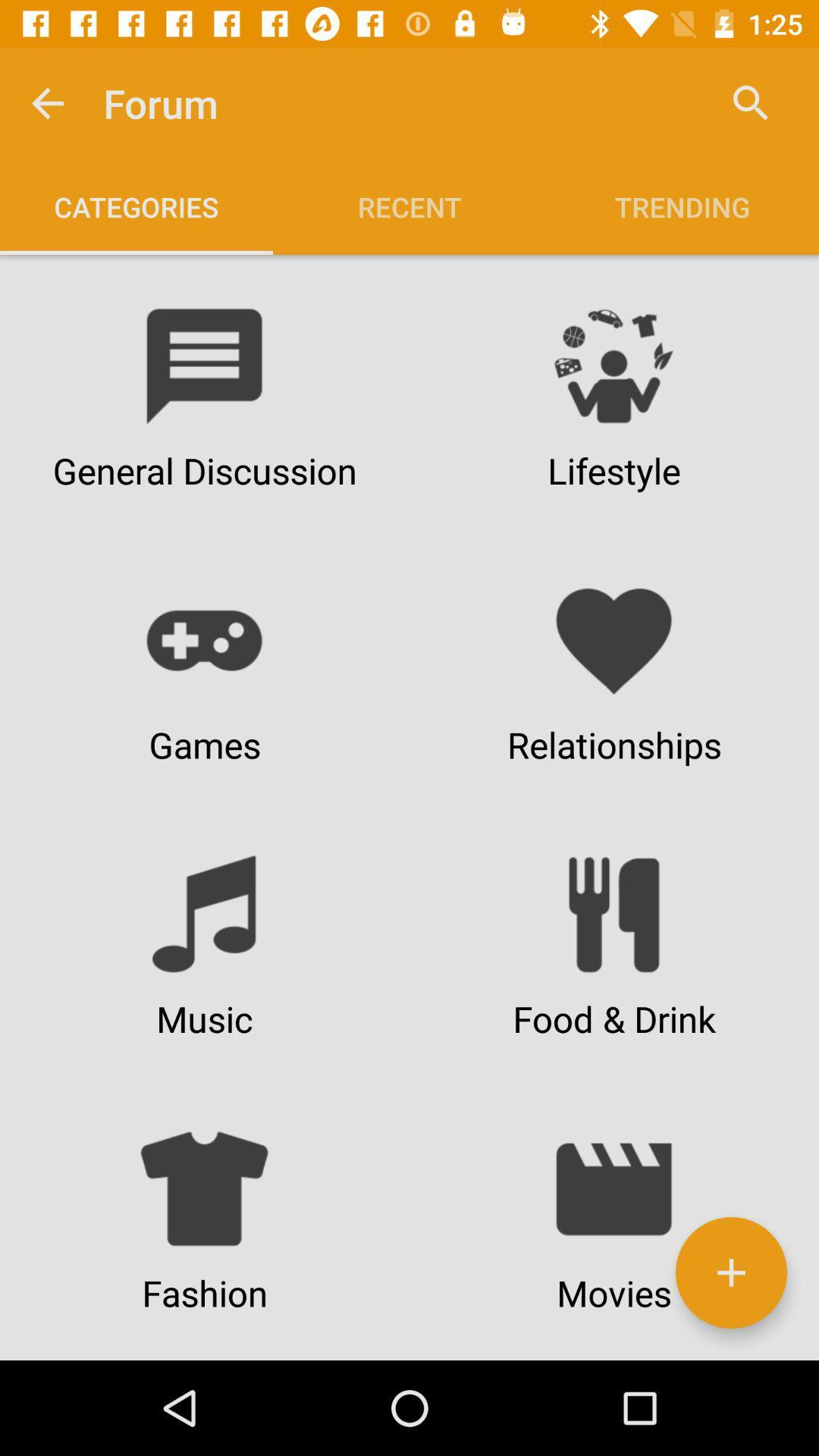 The width and height of the screenshot is (819, 1456). What do you see at coordinates (751, 102) in the screenshot?
I see `item above trending item` at bounding box center [751, 102].